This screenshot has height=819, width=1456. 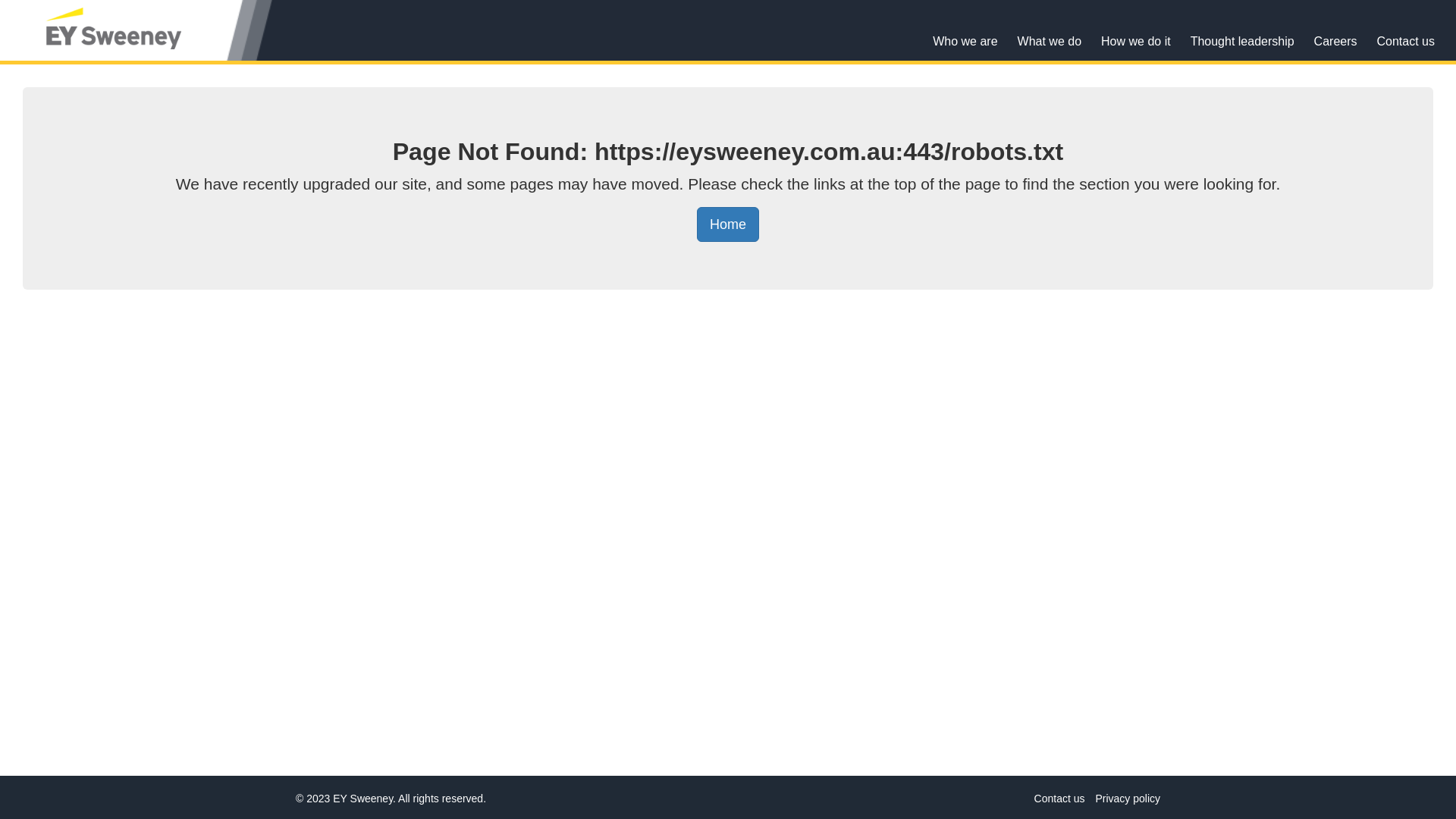 I want to click on 'Contact us', so click(x=1059, y=798).